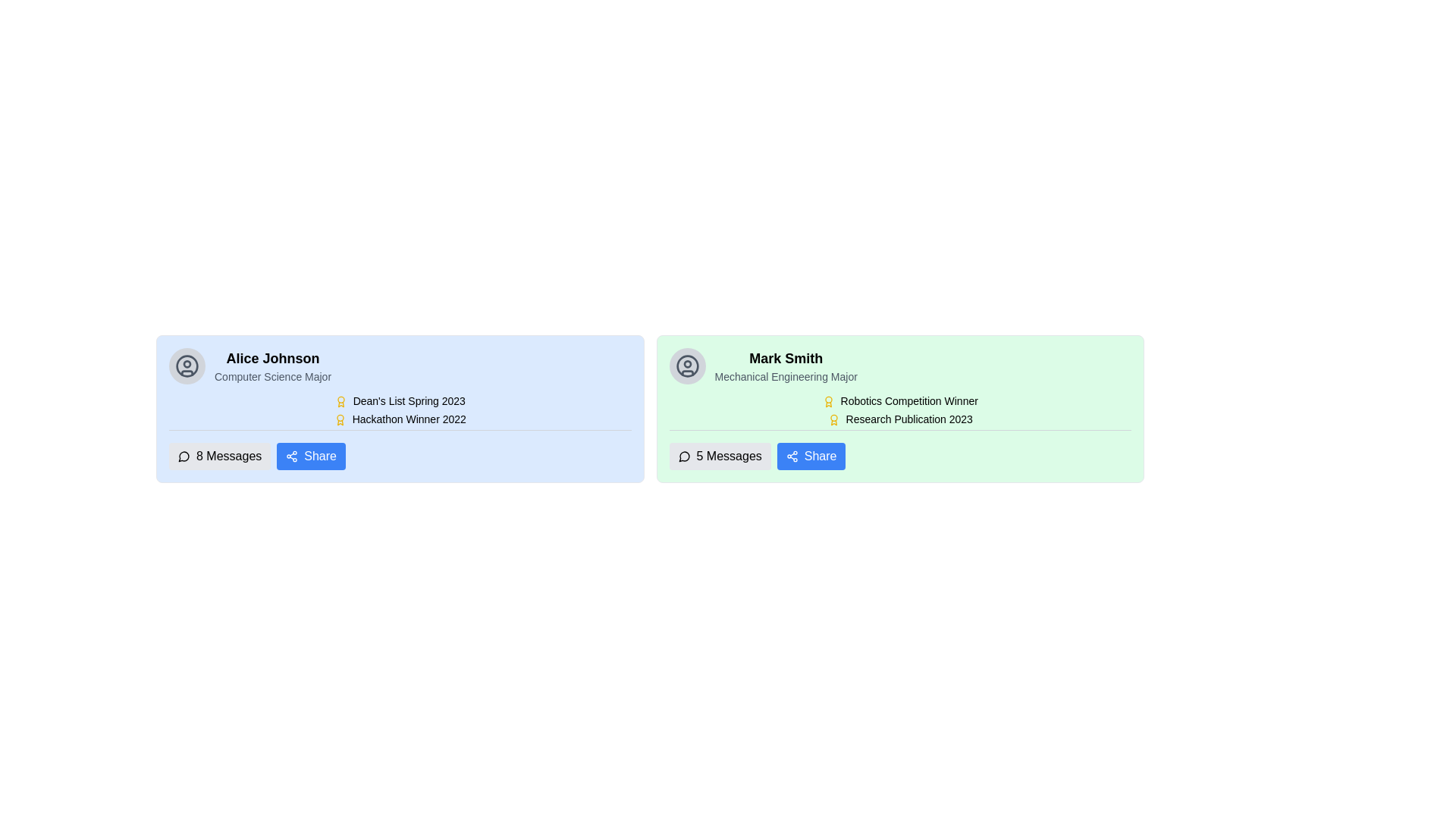  Describe the element at coordinates (340, 401) in the screenshot. I see `the decorative award medal icon located to the left of the 'Dean's List Spring 2023' text in Alice Johnson's profile details` at that location.